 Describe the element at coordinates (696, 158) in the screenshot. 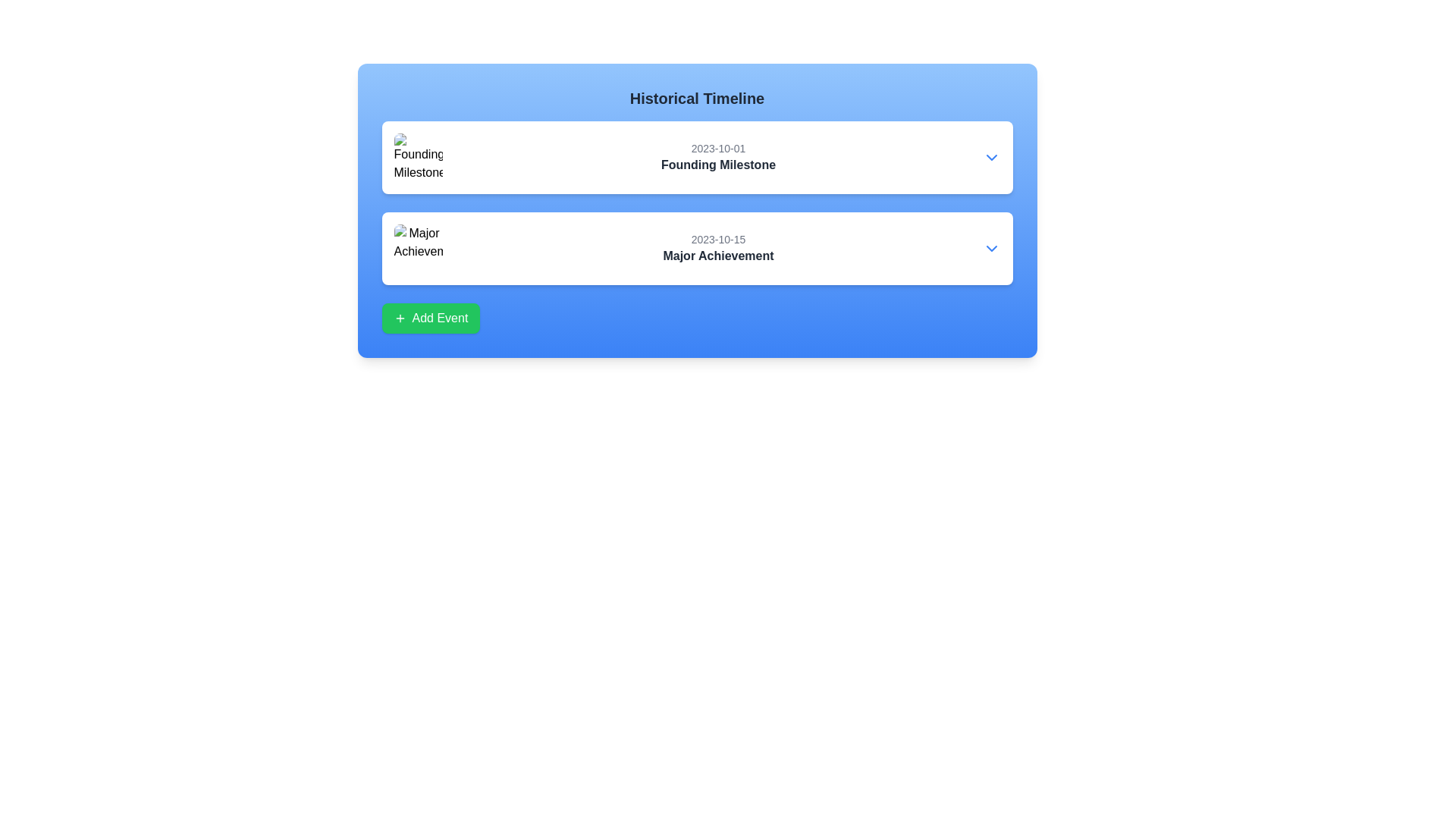

I see `the Text Display element that presents a specific milestone with its associated date, located in the upper section of the first card under the heading 'Historical Timeline'` at that location.